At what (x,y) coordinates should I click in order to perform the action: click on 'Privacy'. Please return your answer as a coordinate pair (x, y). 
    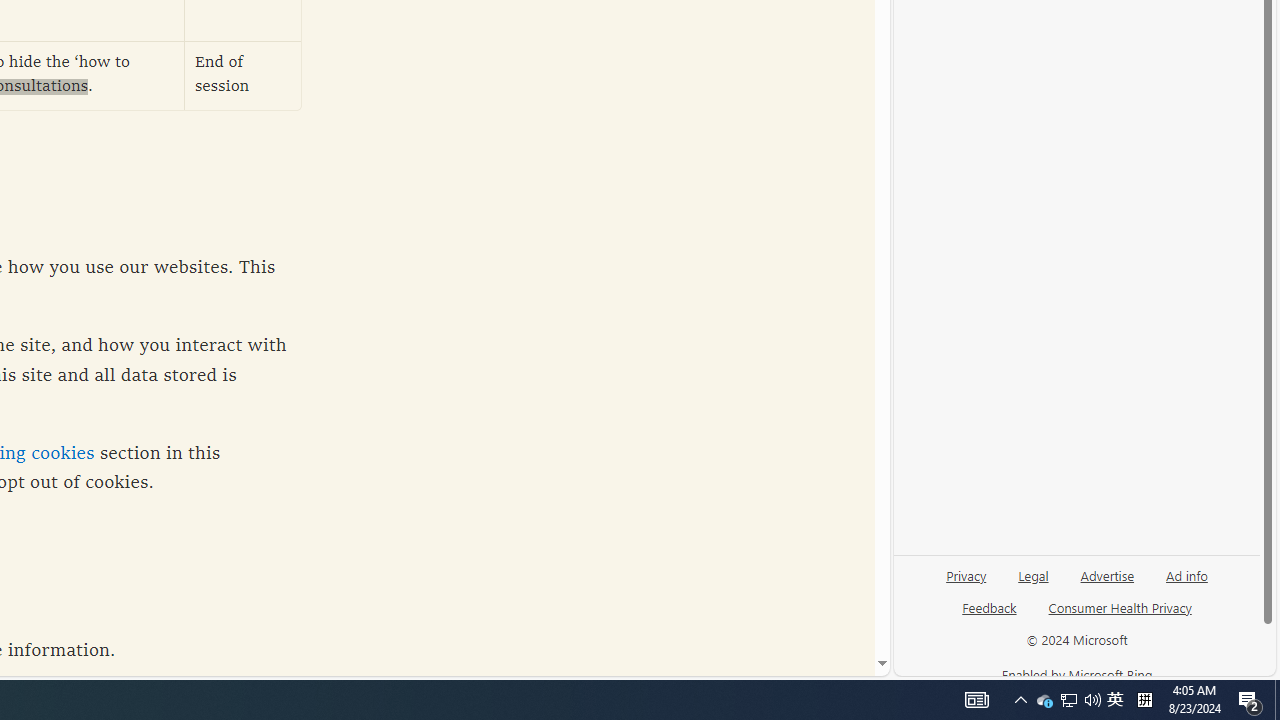
    Looking at the image, I should click on (966, 574).